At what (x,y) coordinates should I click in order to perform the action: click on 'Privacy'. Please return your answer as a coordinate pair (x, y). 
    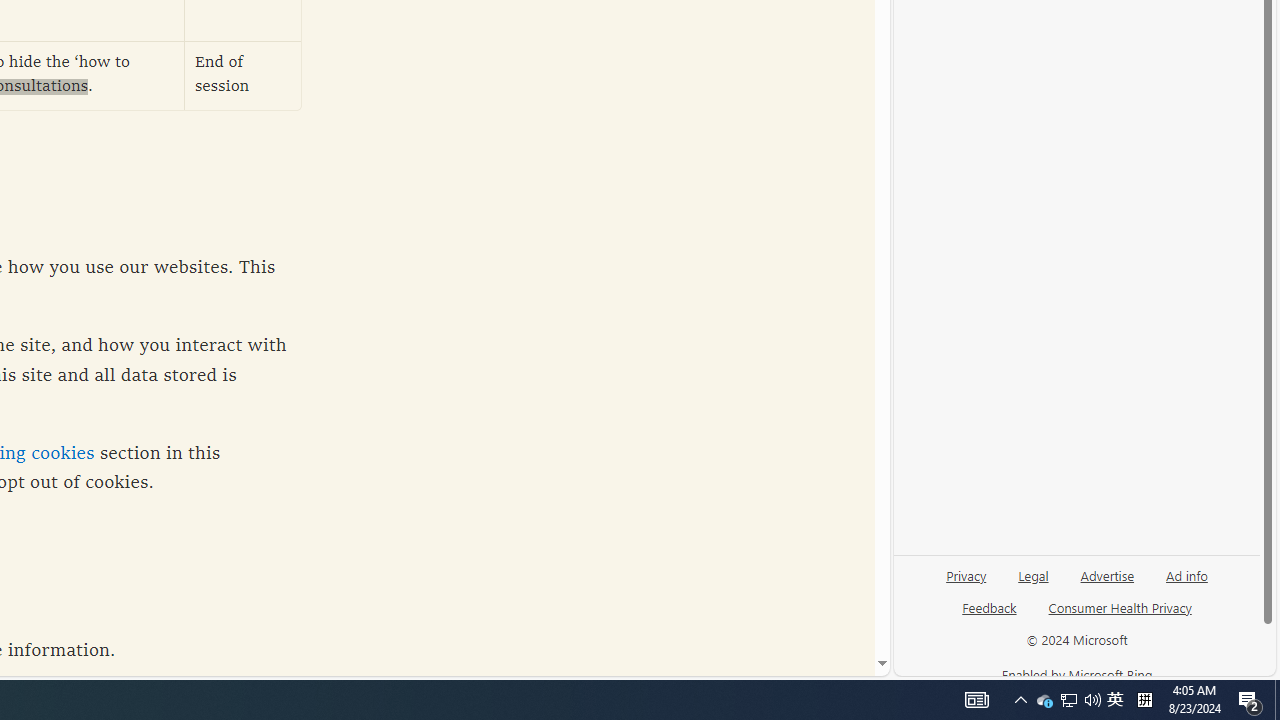
    Looking at the image, I should click on (966, 574).